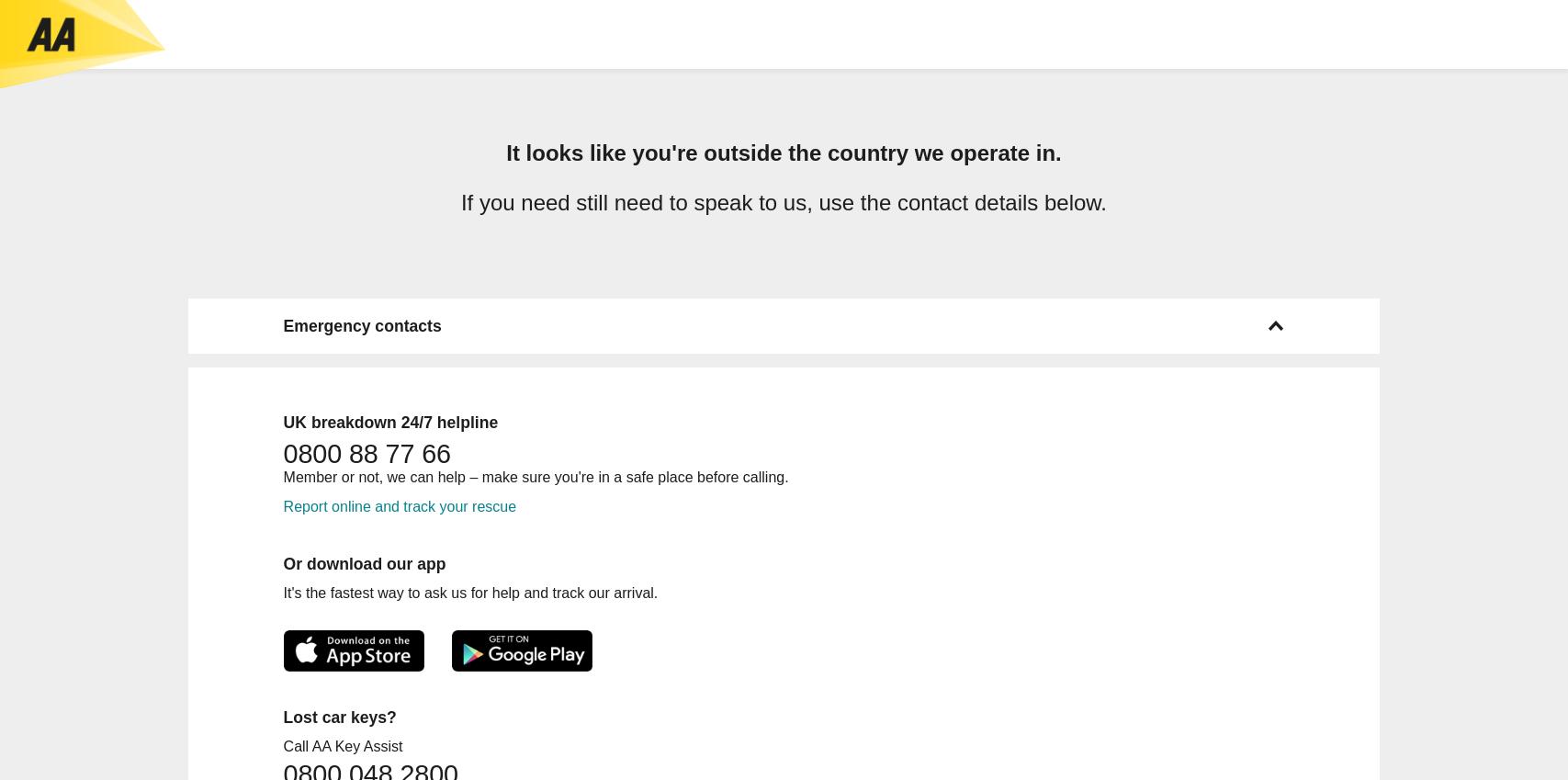 This screenshot has height=780, width=1568. What do you see at coordinates (783, 200) in the screenshot?
I see `'If you need still need to speak to us, use the contact details below.'` at bounding box center [783, 200].